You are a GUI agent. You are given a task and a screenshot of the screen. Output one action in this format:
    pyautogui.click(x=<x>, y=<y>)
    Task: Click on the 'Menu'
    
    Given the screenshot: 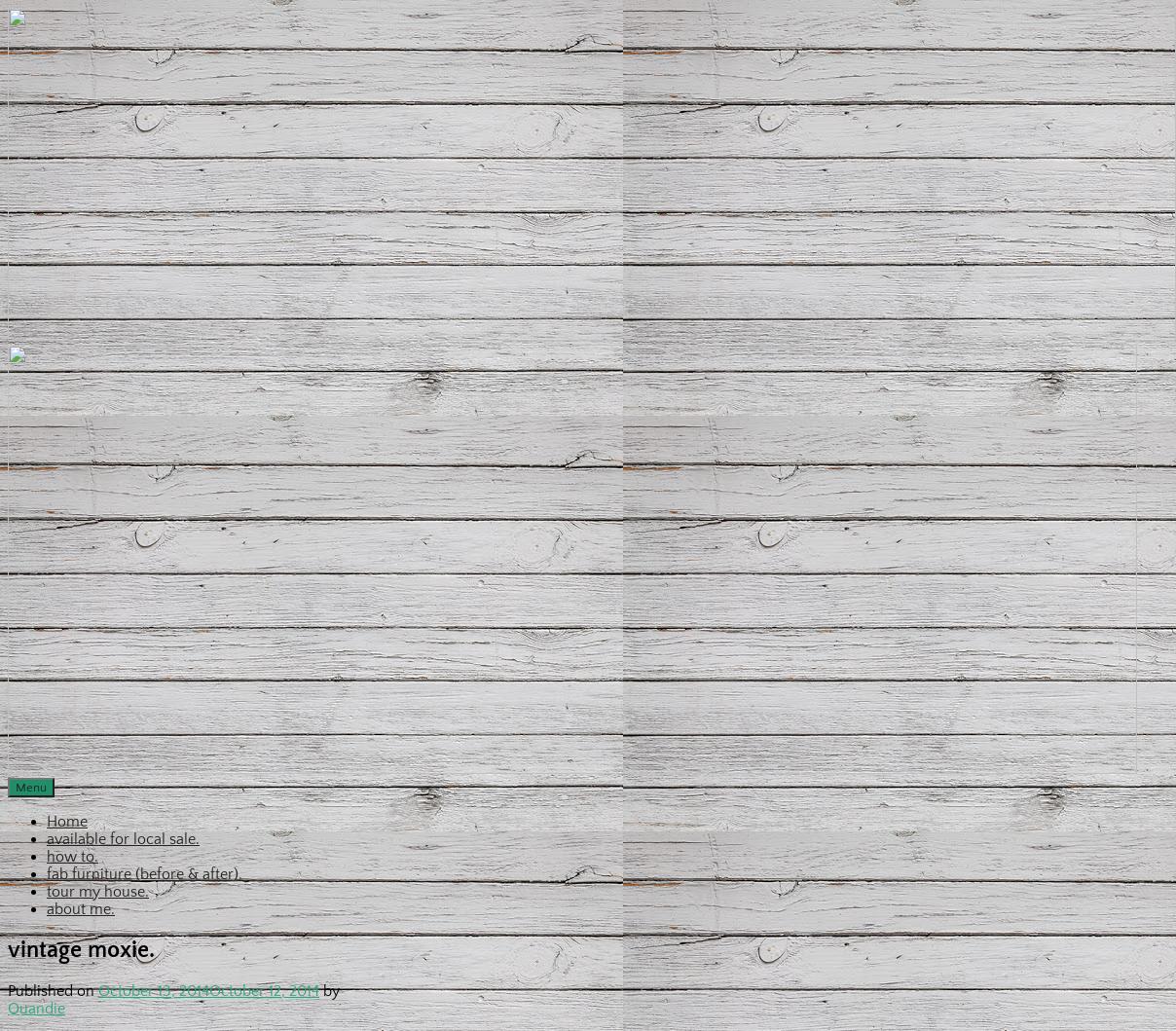 What is the action you would take?
    pyautogui.click(x=30, y=786)
    